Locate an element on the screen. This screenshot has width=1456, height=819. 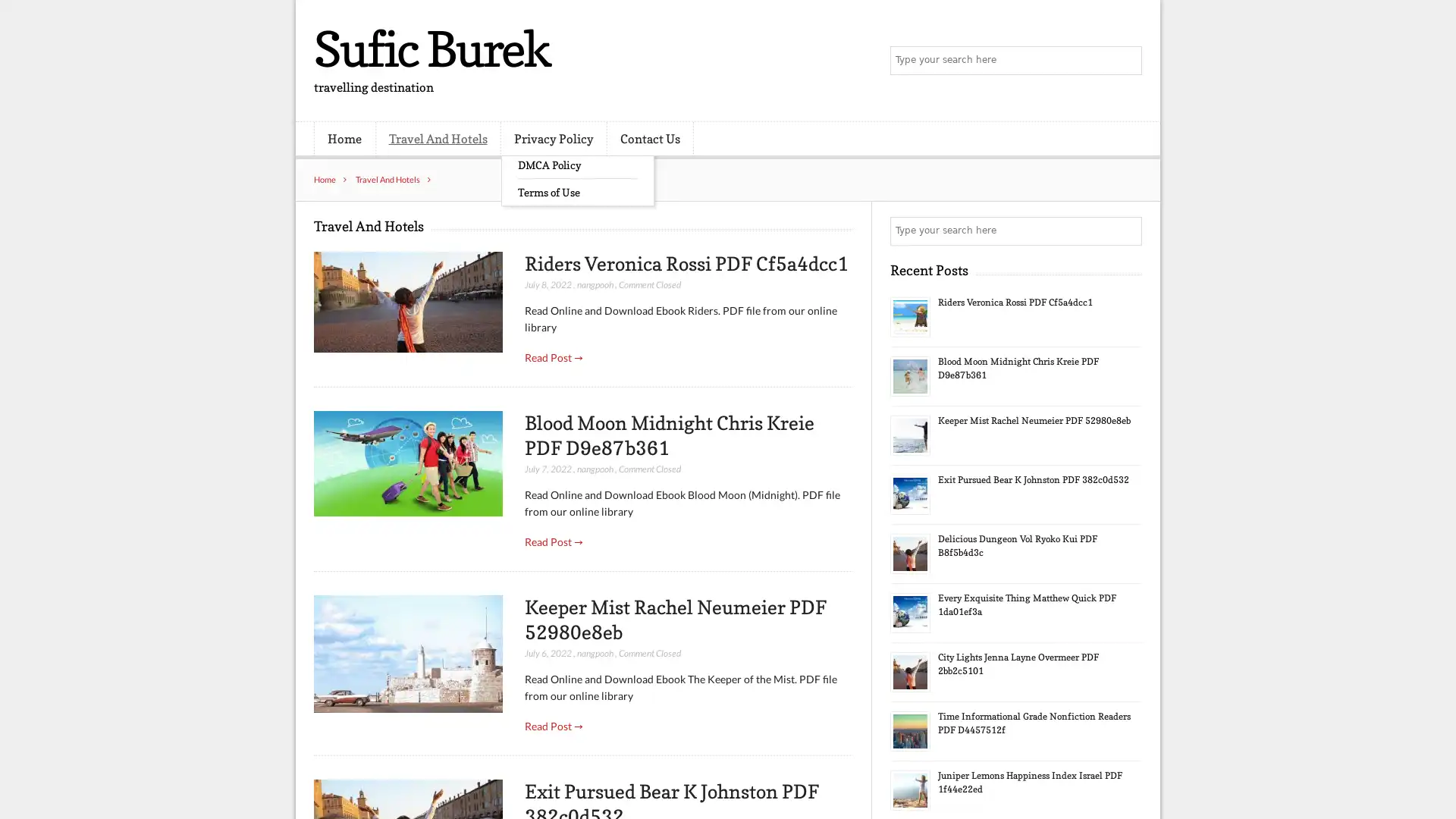
Search is located at coordinates (1126, 231).